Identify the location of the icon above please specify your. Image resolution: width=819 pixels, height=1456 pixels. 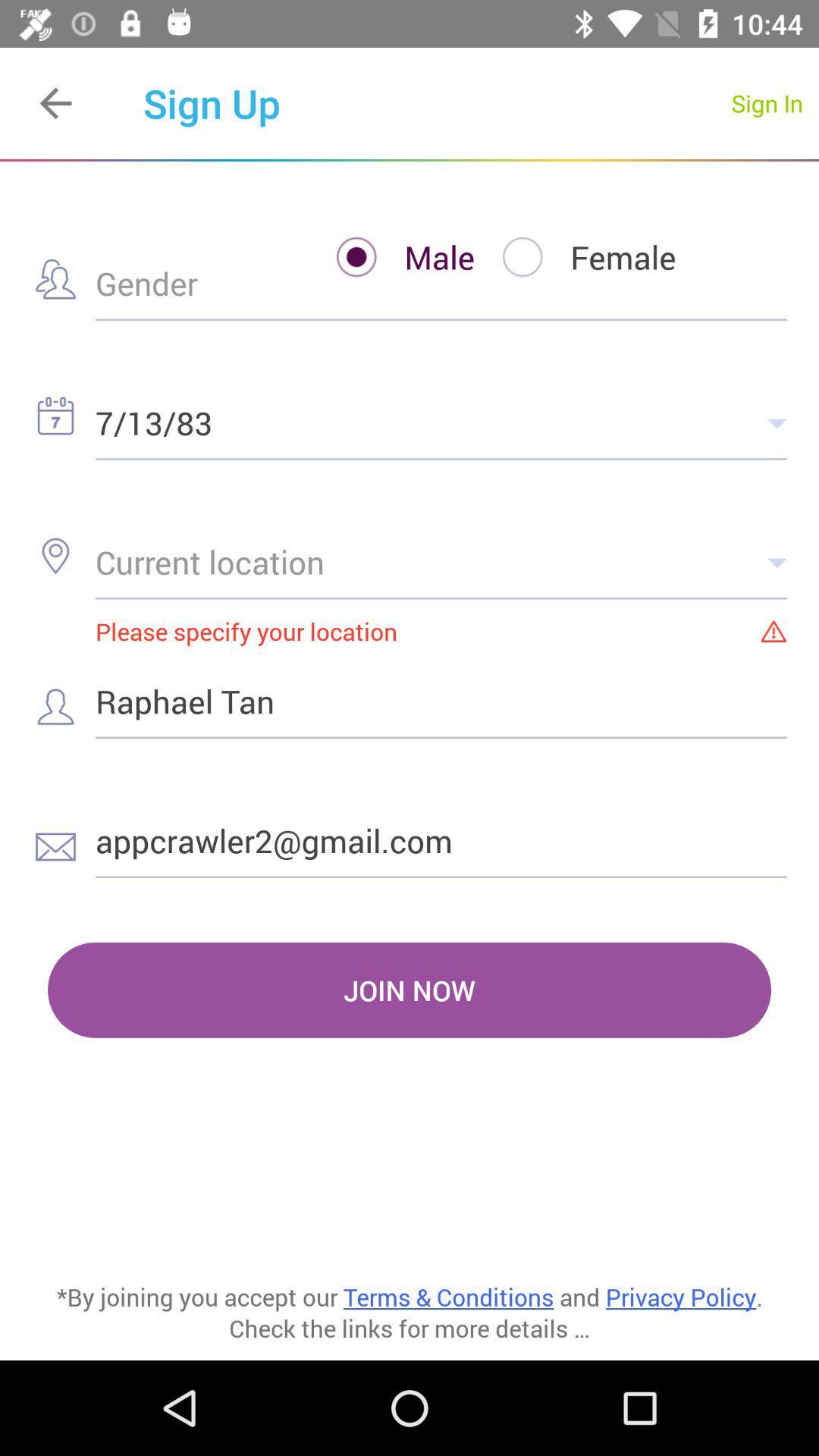
(441, 560).